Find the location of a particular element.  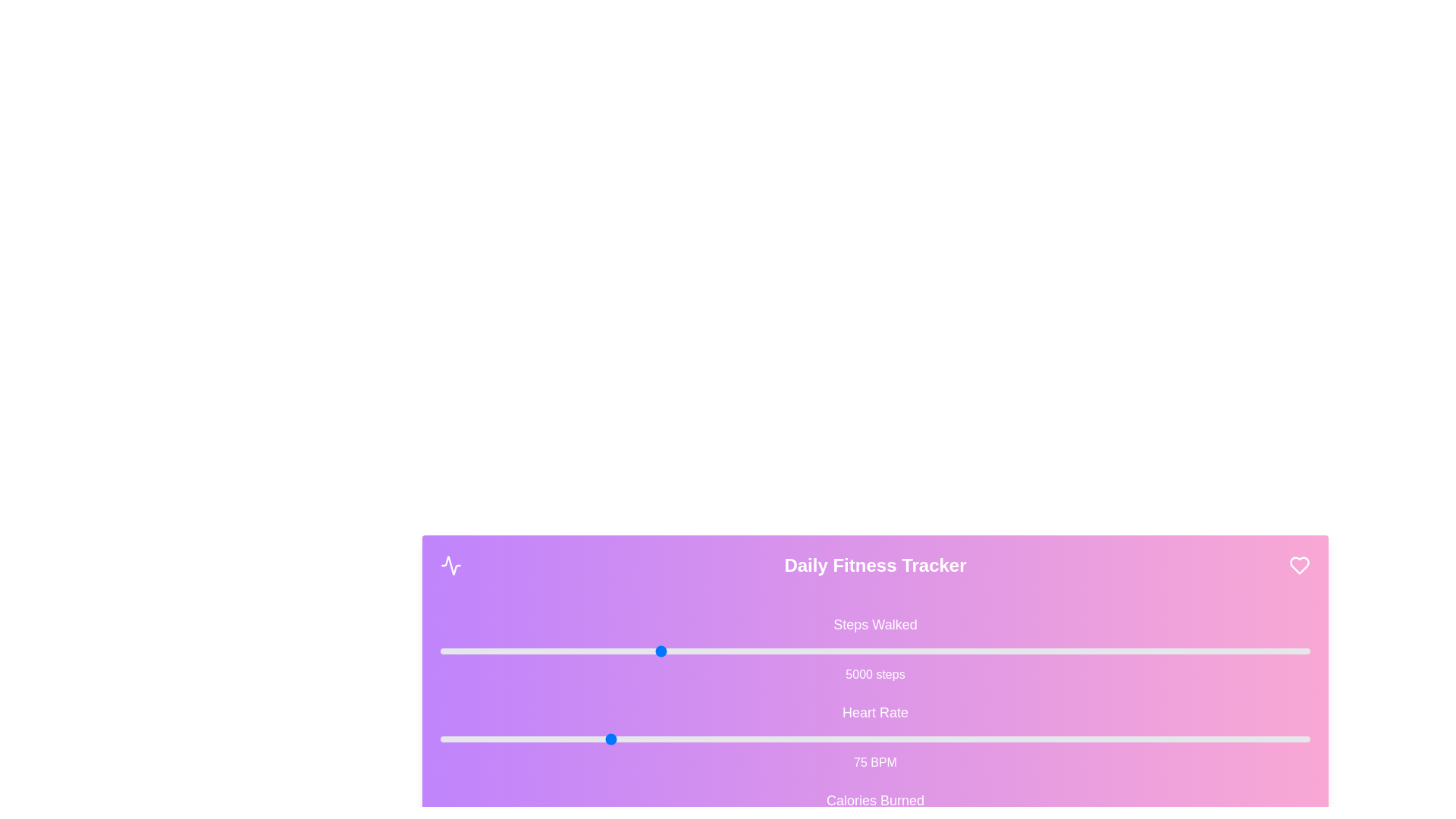

the 'Heart Rate' slider to 138 BPM is located at coordinates (1029, 739).